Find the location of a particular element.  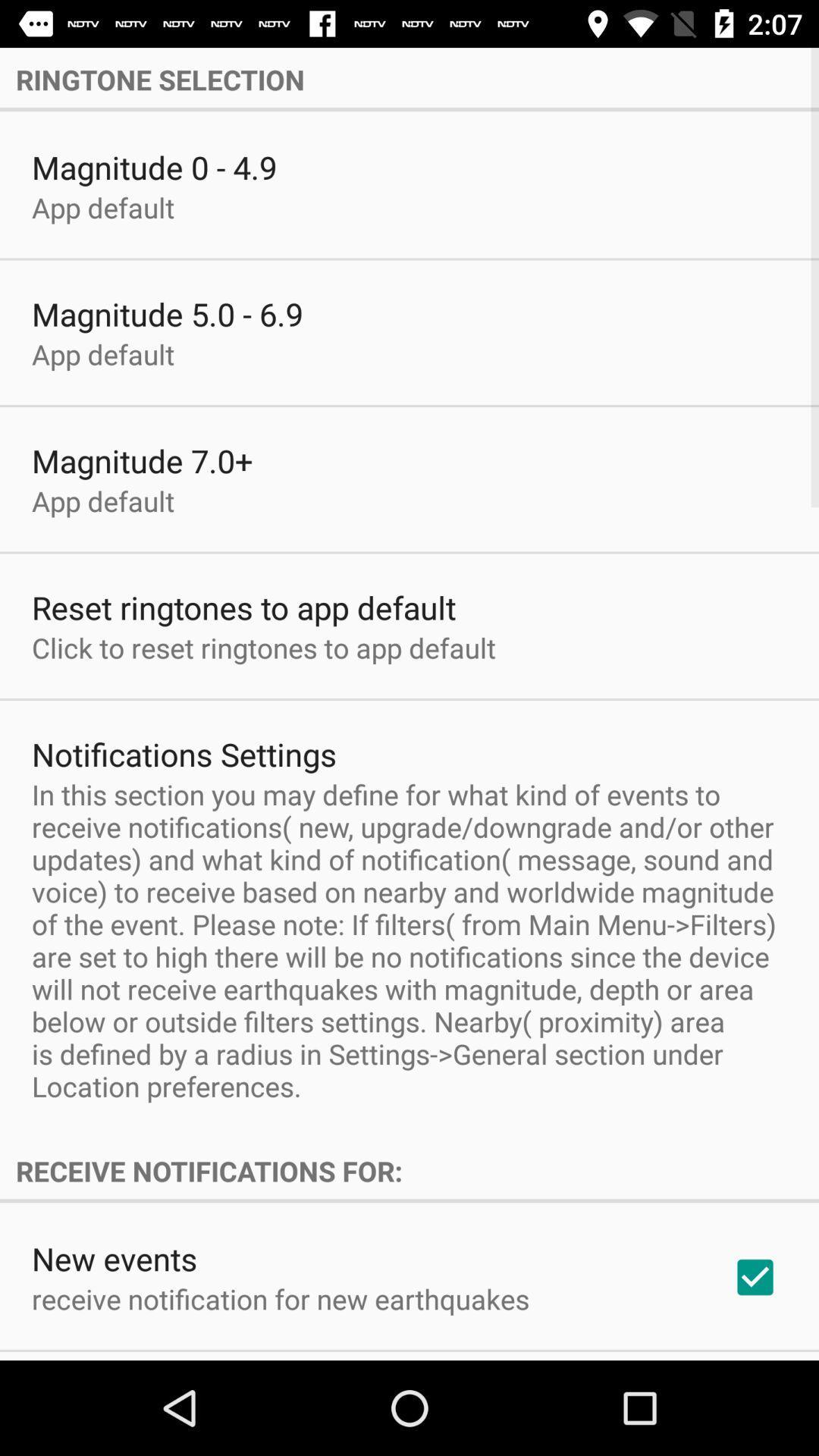

app below the notifications settings item is located at coordinates (409, 940).